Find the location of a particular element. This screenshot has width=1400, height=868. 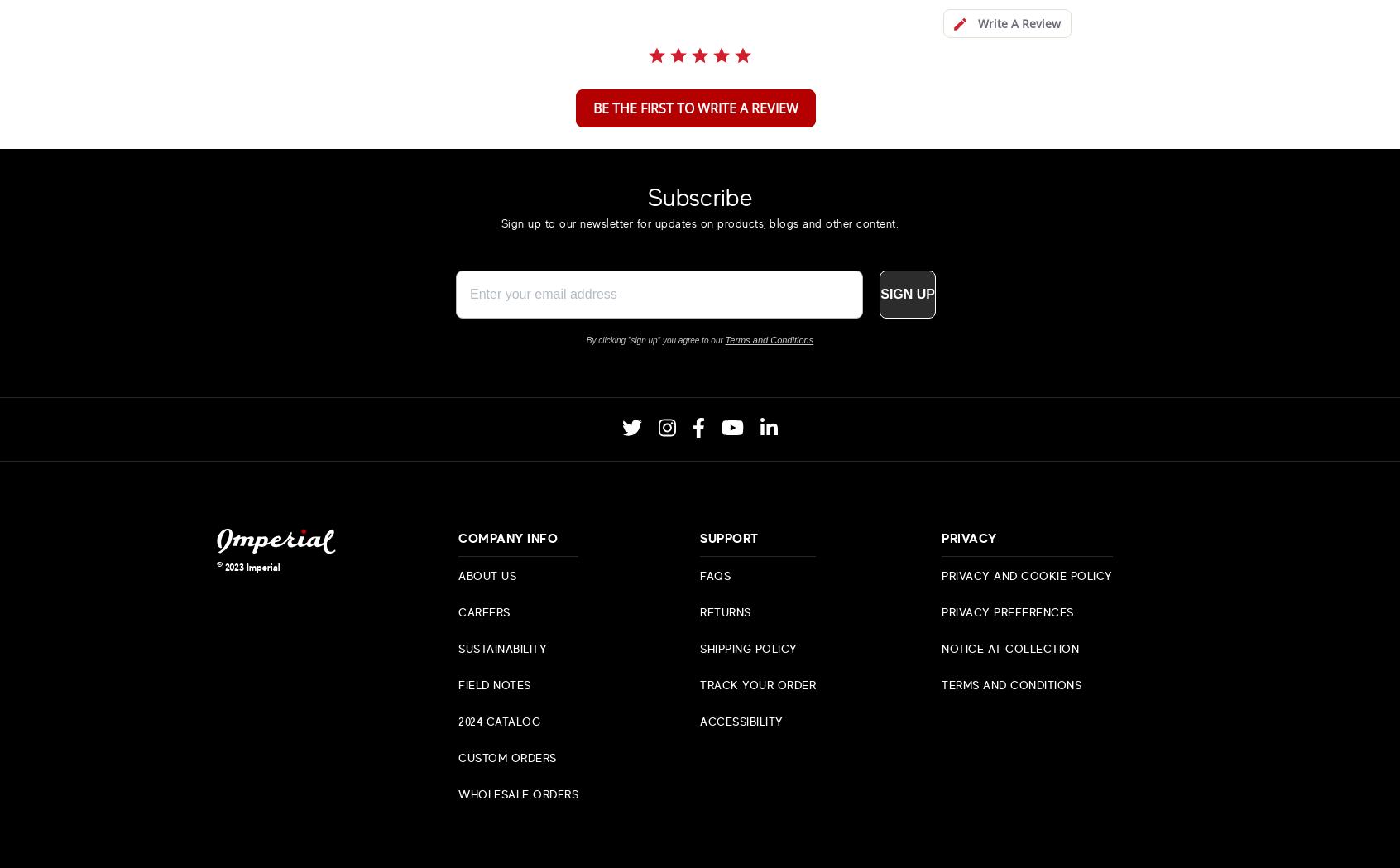

'Wholesale Orders' is located at coordinates (517, 793).